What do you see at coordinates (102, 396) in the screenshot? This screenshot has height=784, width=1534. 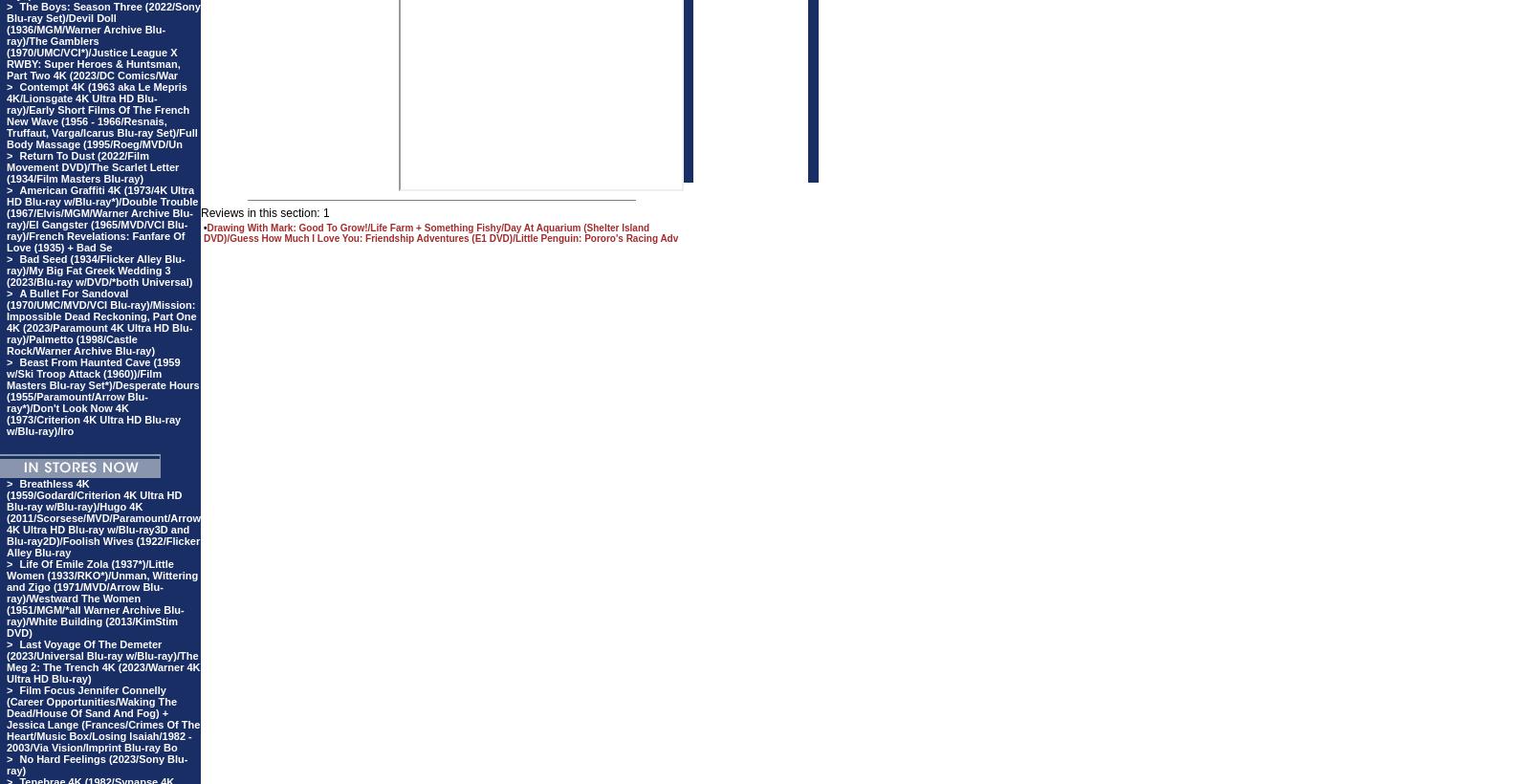 I see `'Beast From Haunted Cave (1959 w/Ski Troop Attack (1960))/Film Masters Blu-ray Set*)/Desperate Hours (1955/Paramount/Arrow Blu-ray*)/Don't Look Now 4K (1973/Criterion 4K Ultra HD Blu-ray w/Blu-ray)/Iro'` at bounding box center [102, 396].